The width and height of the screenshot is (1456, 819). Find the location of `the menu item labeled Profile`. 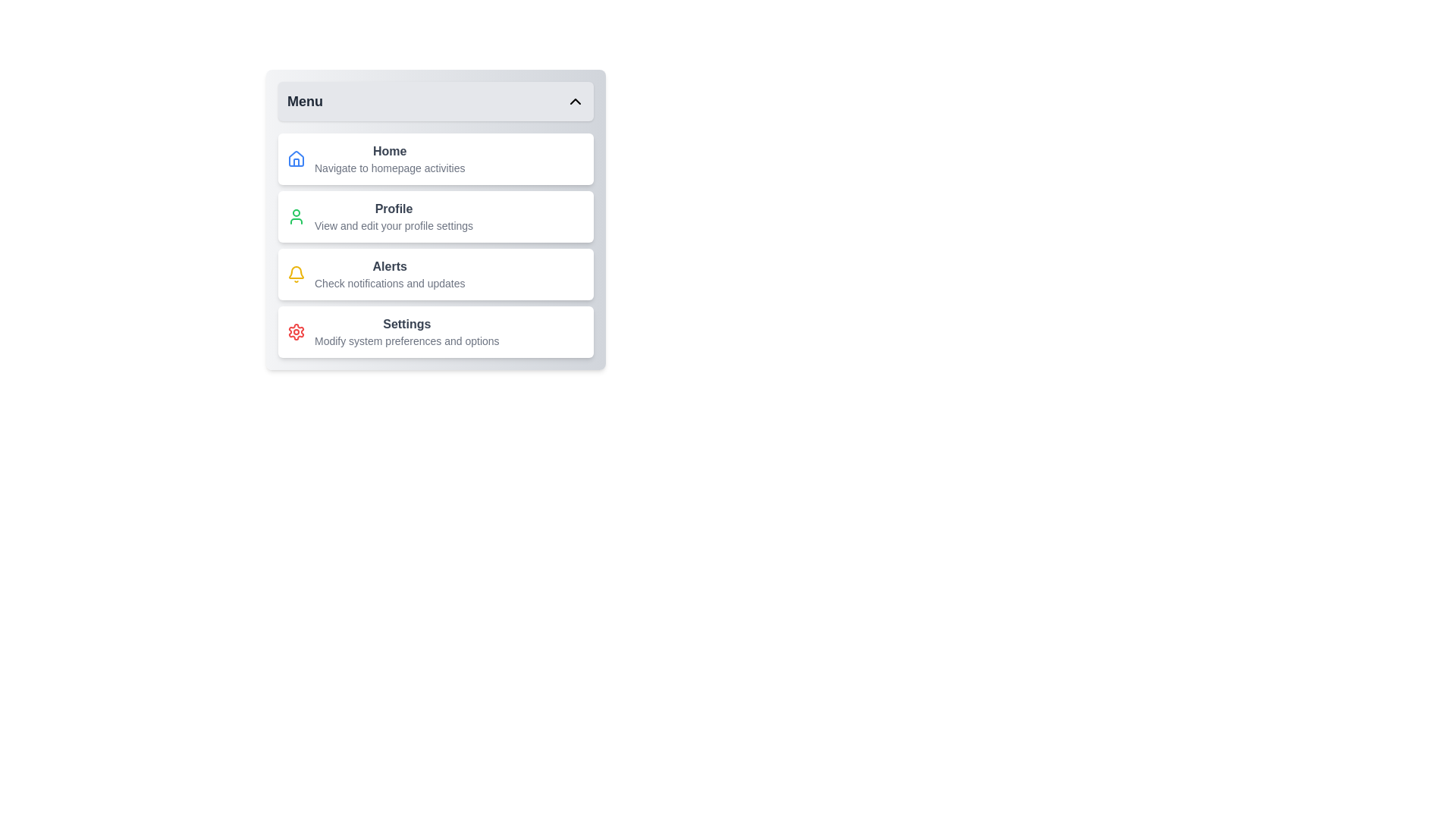

the menu item labeled Profile is located at coordinates (435, 216).